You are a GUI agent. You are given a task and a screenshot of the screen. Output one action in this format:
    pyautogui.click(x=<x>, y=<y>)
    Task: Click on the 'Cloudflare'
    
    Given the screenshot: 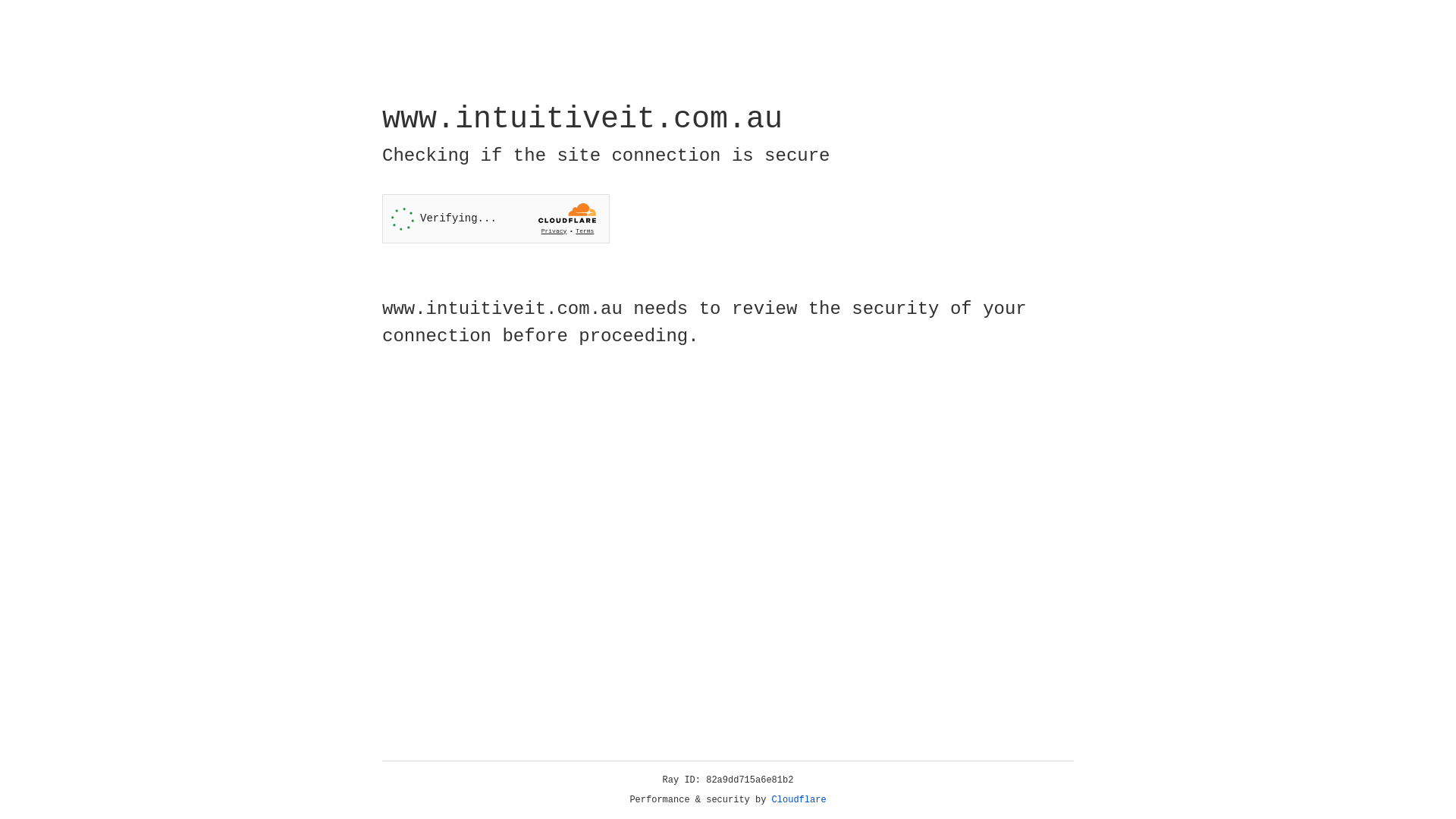 What is the action you would take?
    pyautogui.click(x=799, y=799)
    